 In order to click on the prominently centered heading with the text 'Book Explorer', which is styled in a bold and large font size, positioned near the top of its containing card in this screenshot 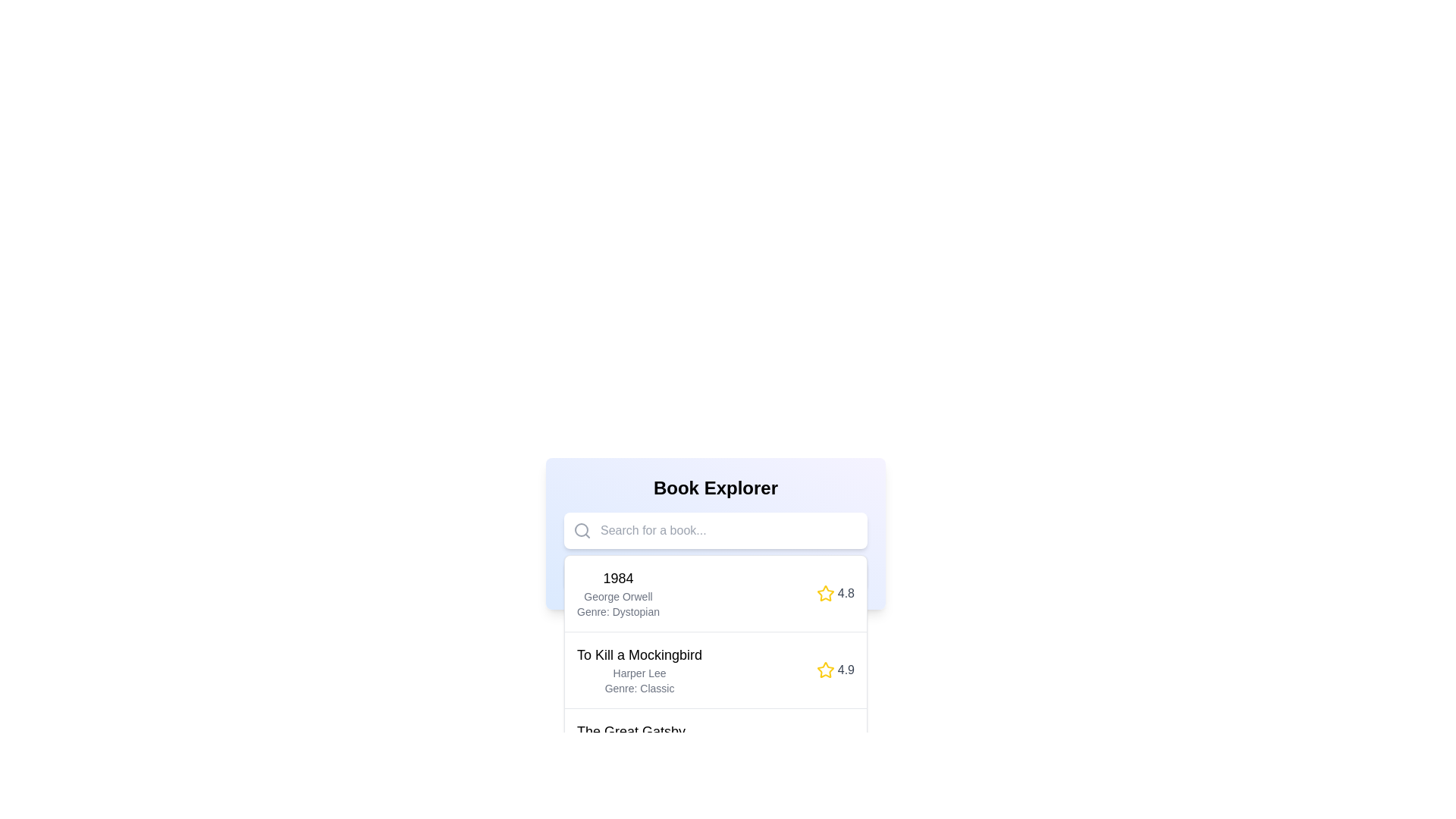, I will do `click(715, 488)`.